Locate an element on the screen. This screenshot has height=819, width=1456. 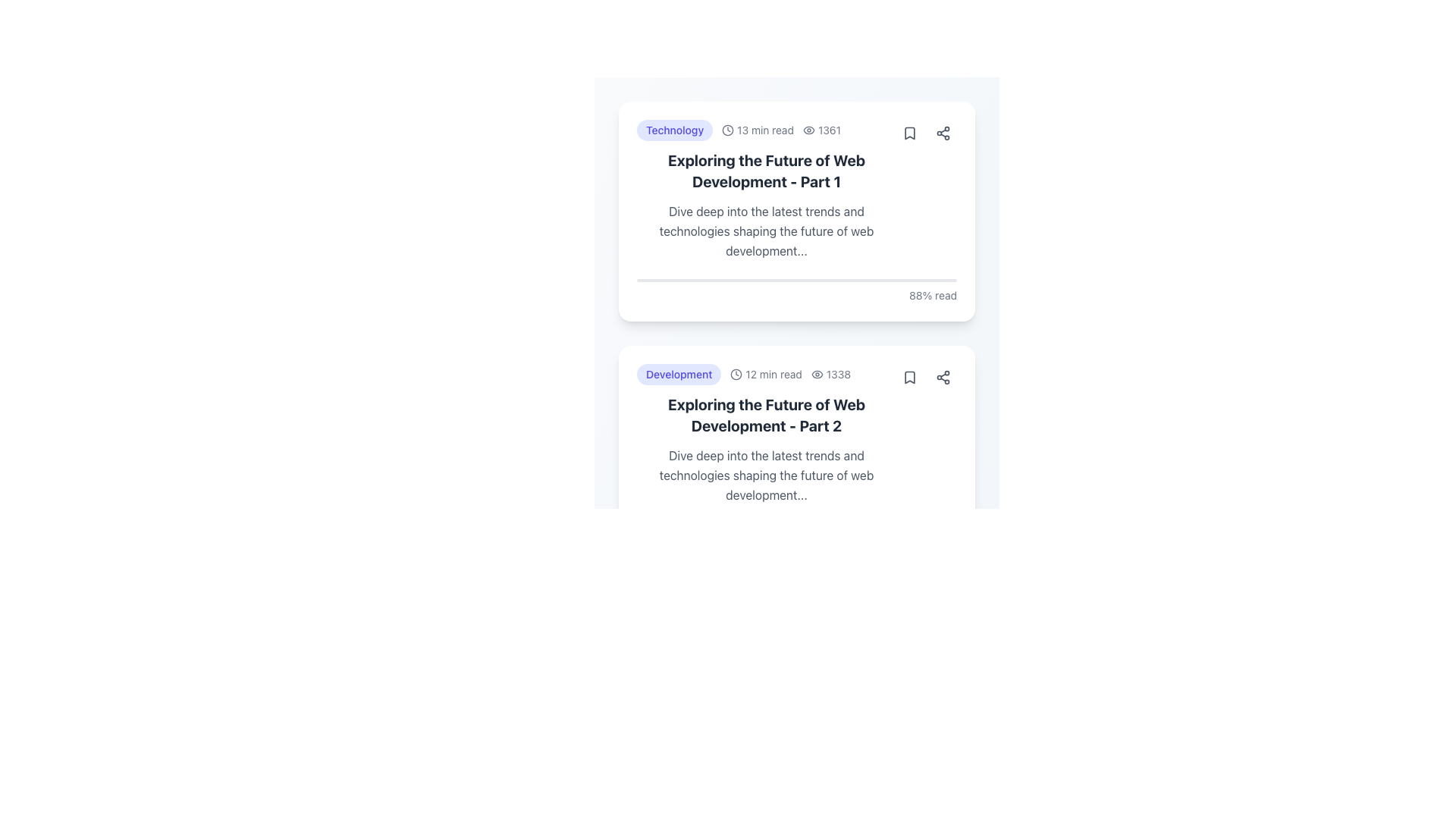
informational text displaying '13 min read' located between the label 'Technology' and the numerical indicator '1361', positioned at the center top of the card is located at coordinates (758, 130).